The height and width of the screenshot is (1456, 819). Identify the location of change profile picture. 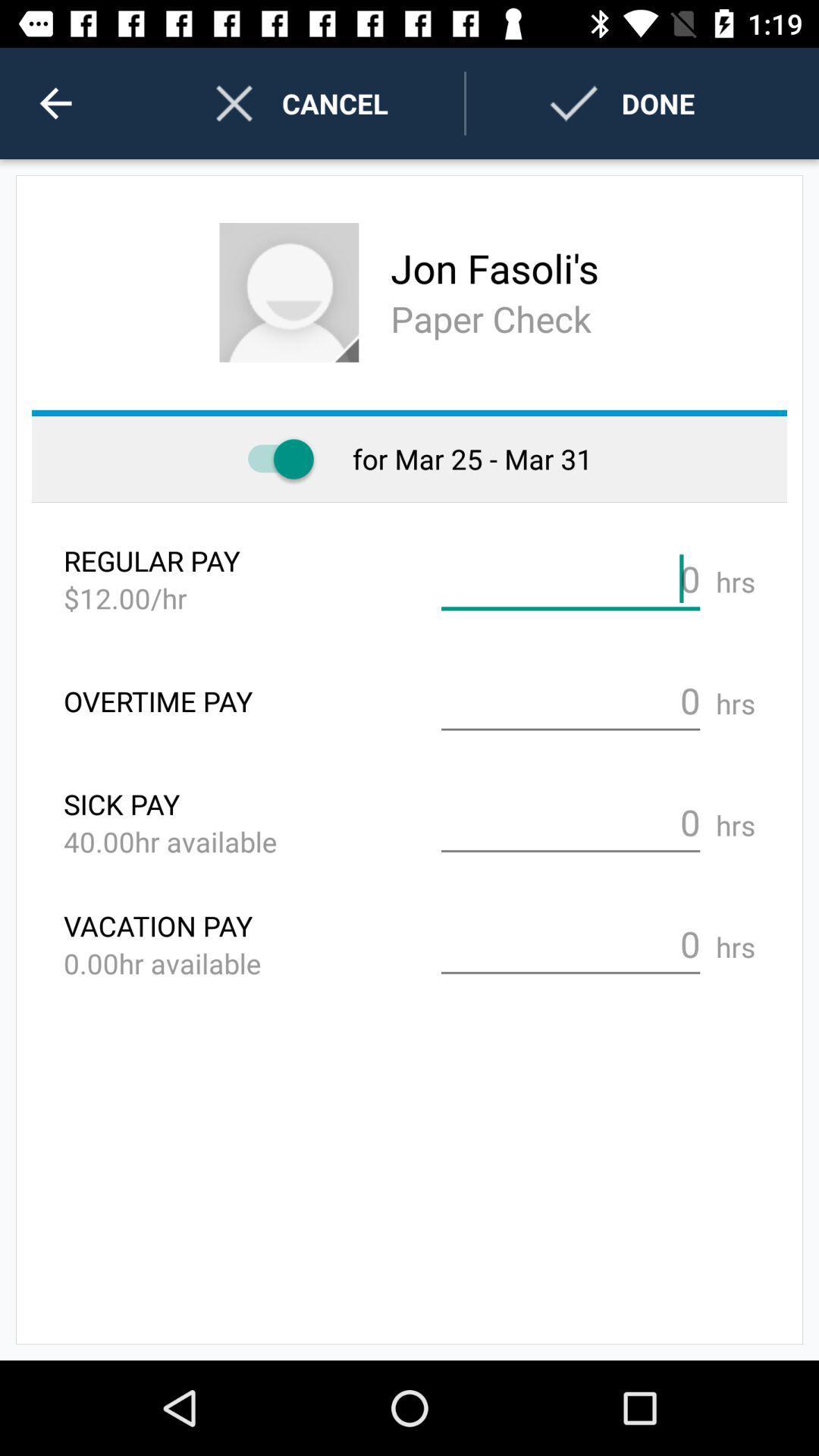
(289, 292).